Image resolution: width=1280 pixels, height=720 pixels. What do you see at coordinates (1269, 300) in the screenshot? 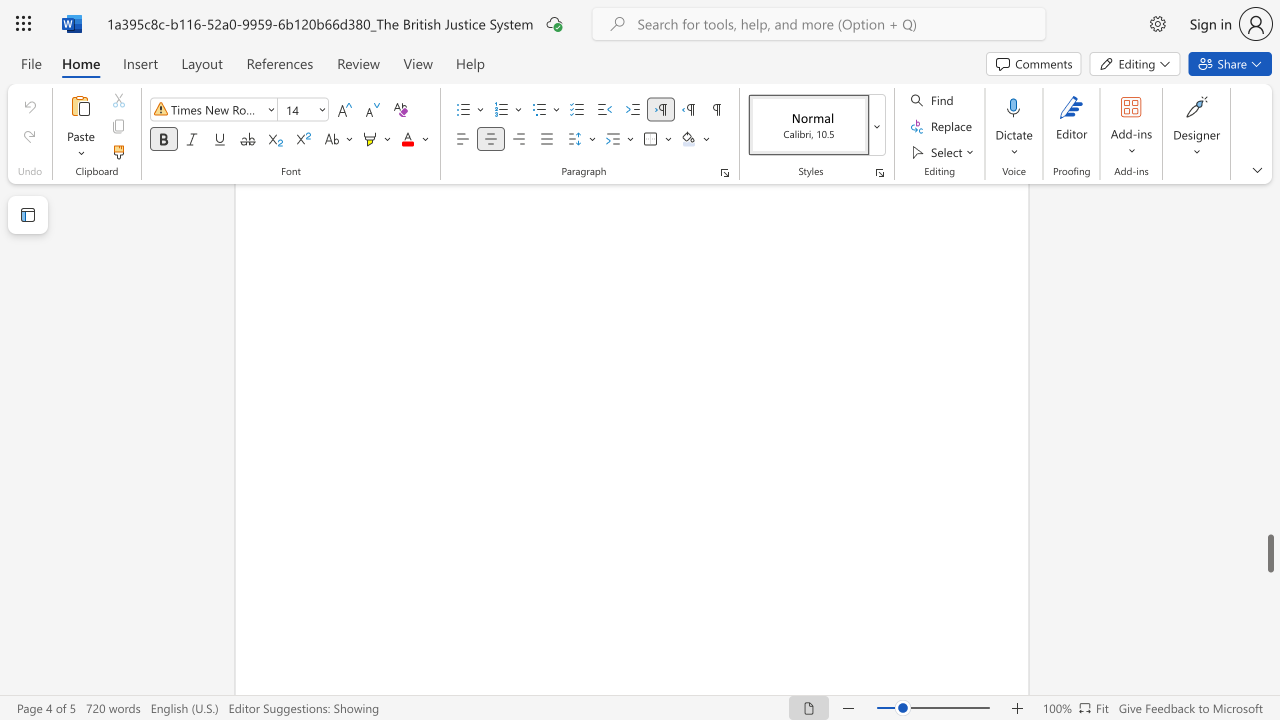
I see `the scrollbar on the side` at bounding box center [1269, 300].